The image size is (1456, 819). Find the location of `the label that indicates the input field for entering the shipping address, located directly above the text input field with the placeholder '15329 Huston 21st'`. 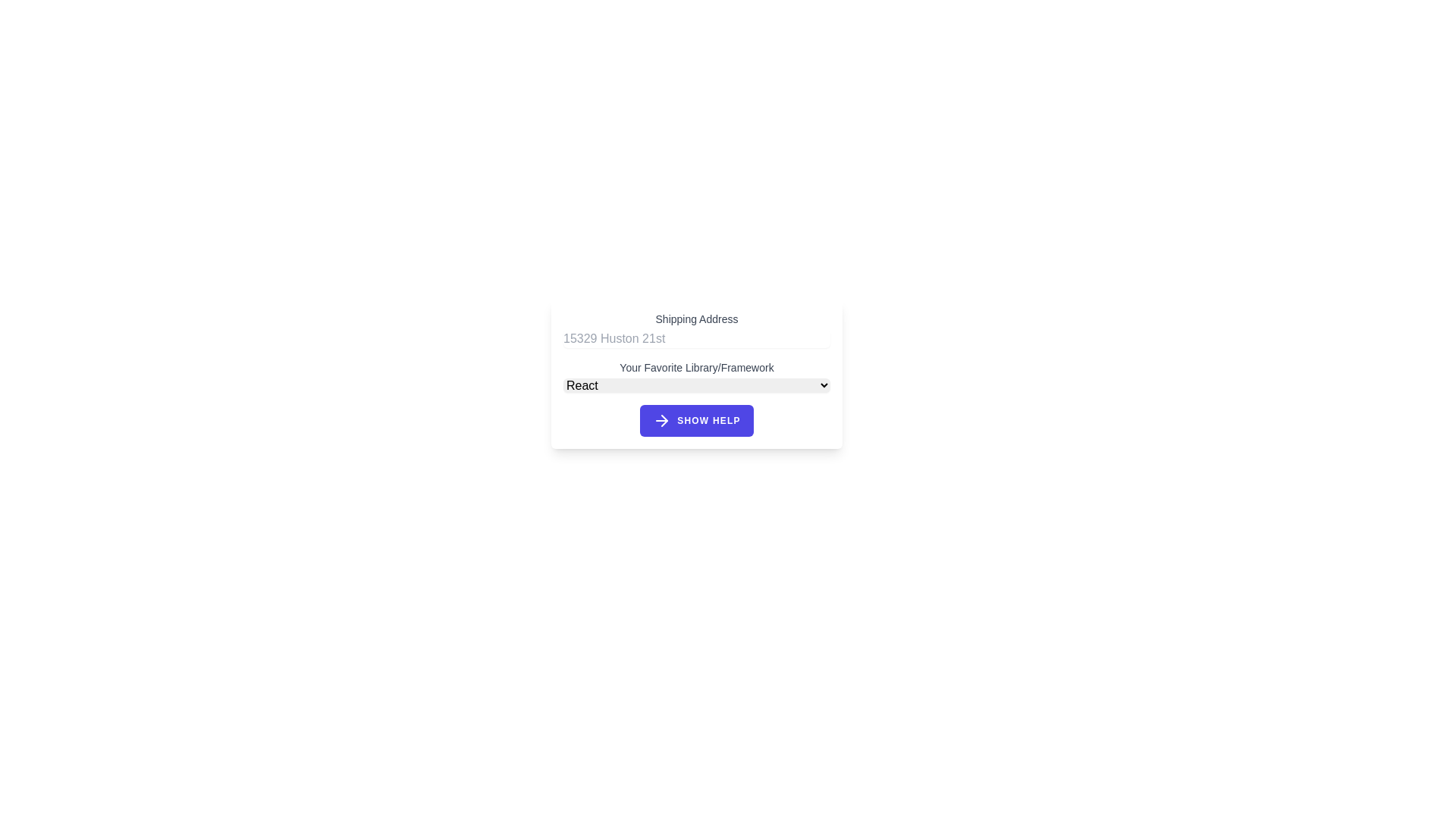

the label that indicates the input field for entering the shipping address, located directly above the text input field with the placeholder '15329 Huston 21st' is located at coordinates (695, 318).